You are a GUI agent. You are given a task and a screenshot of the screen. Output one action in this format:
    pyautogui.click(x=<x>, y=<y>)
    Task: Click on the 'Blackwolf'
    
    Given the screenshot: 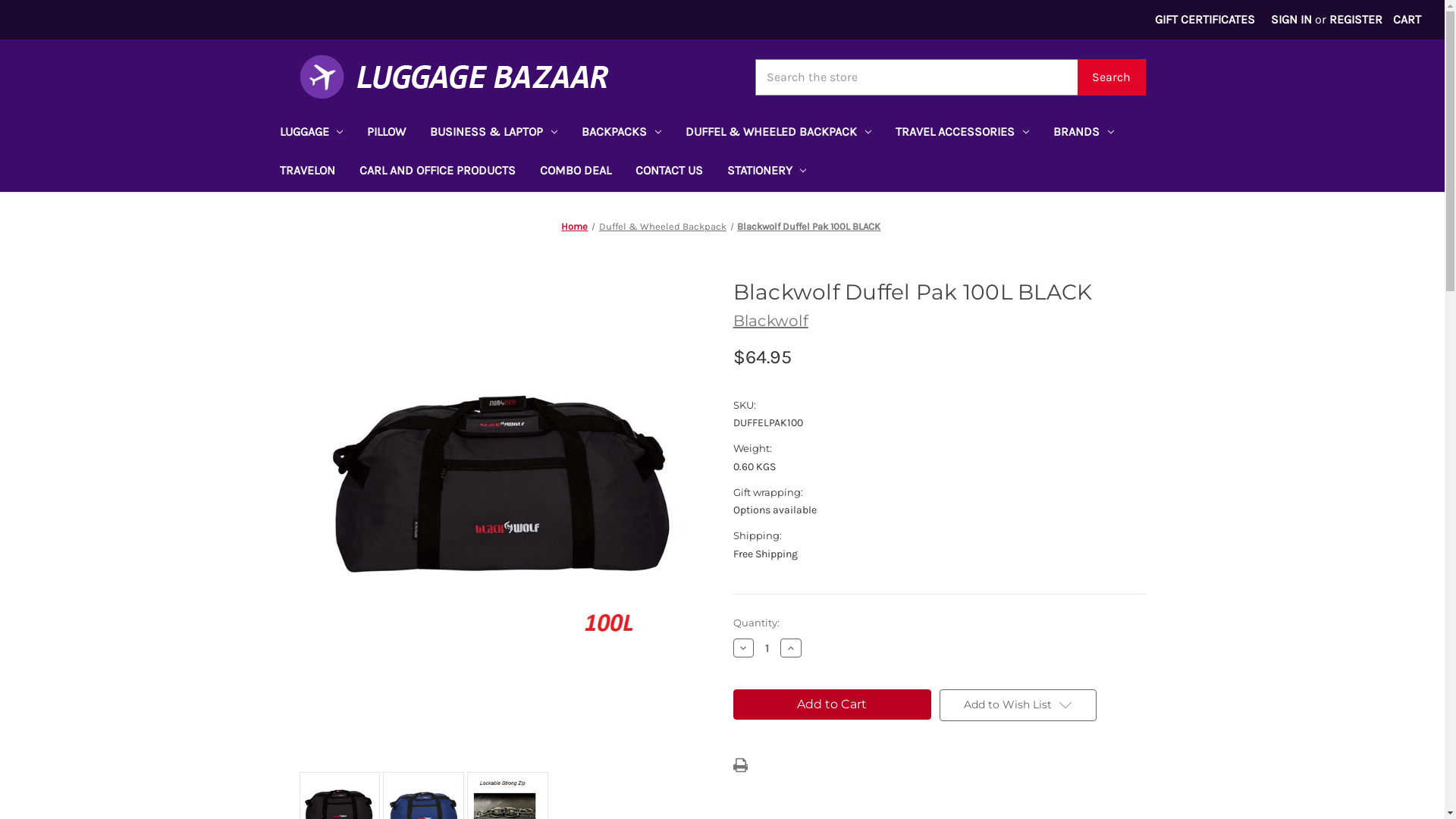 What is the action you would take?
    pyautogui.click(x=770, y=320)
    